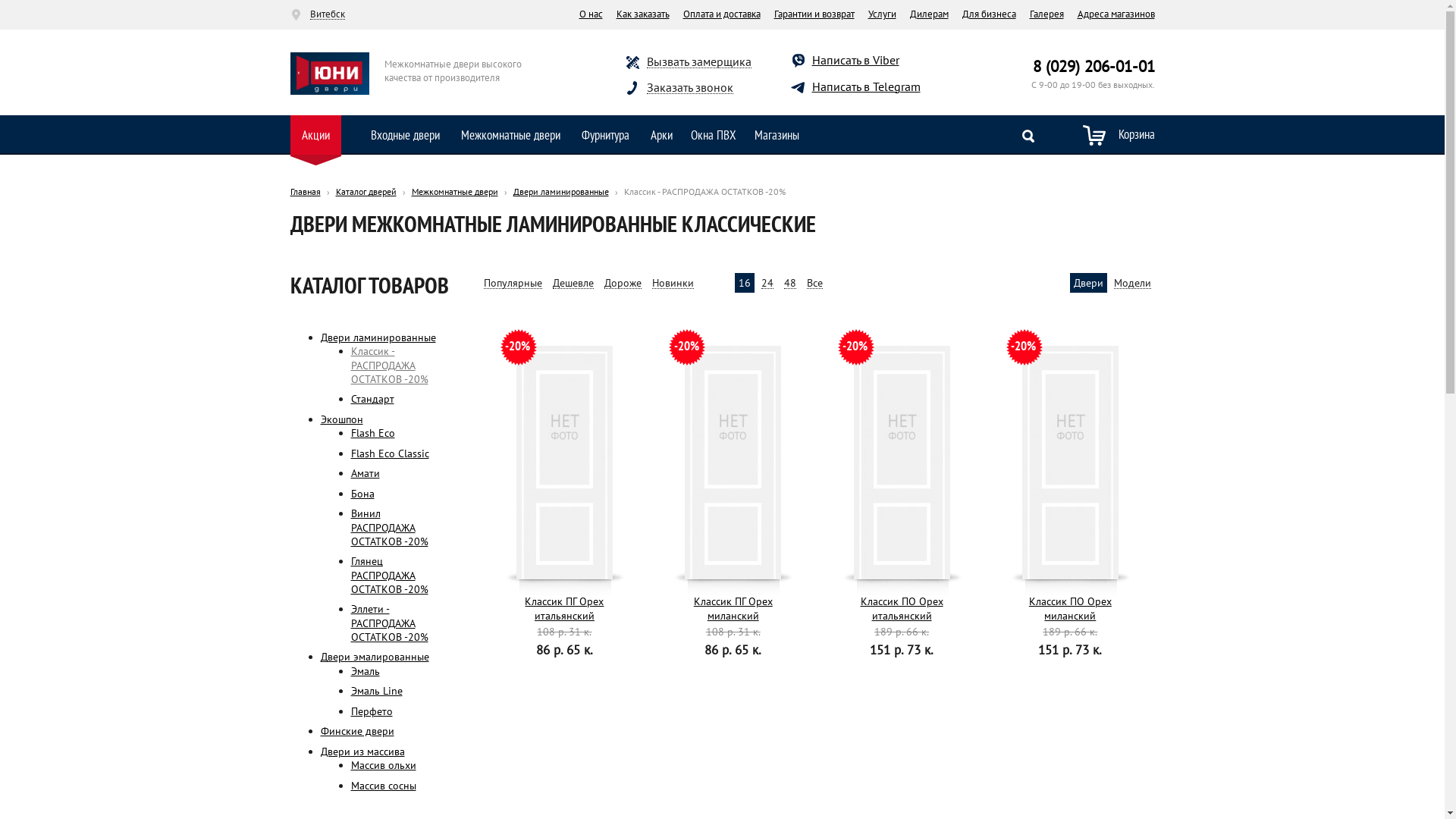 The width and height of the screenshot is (1456, 819). I want to click on '16', so click(745, 283).